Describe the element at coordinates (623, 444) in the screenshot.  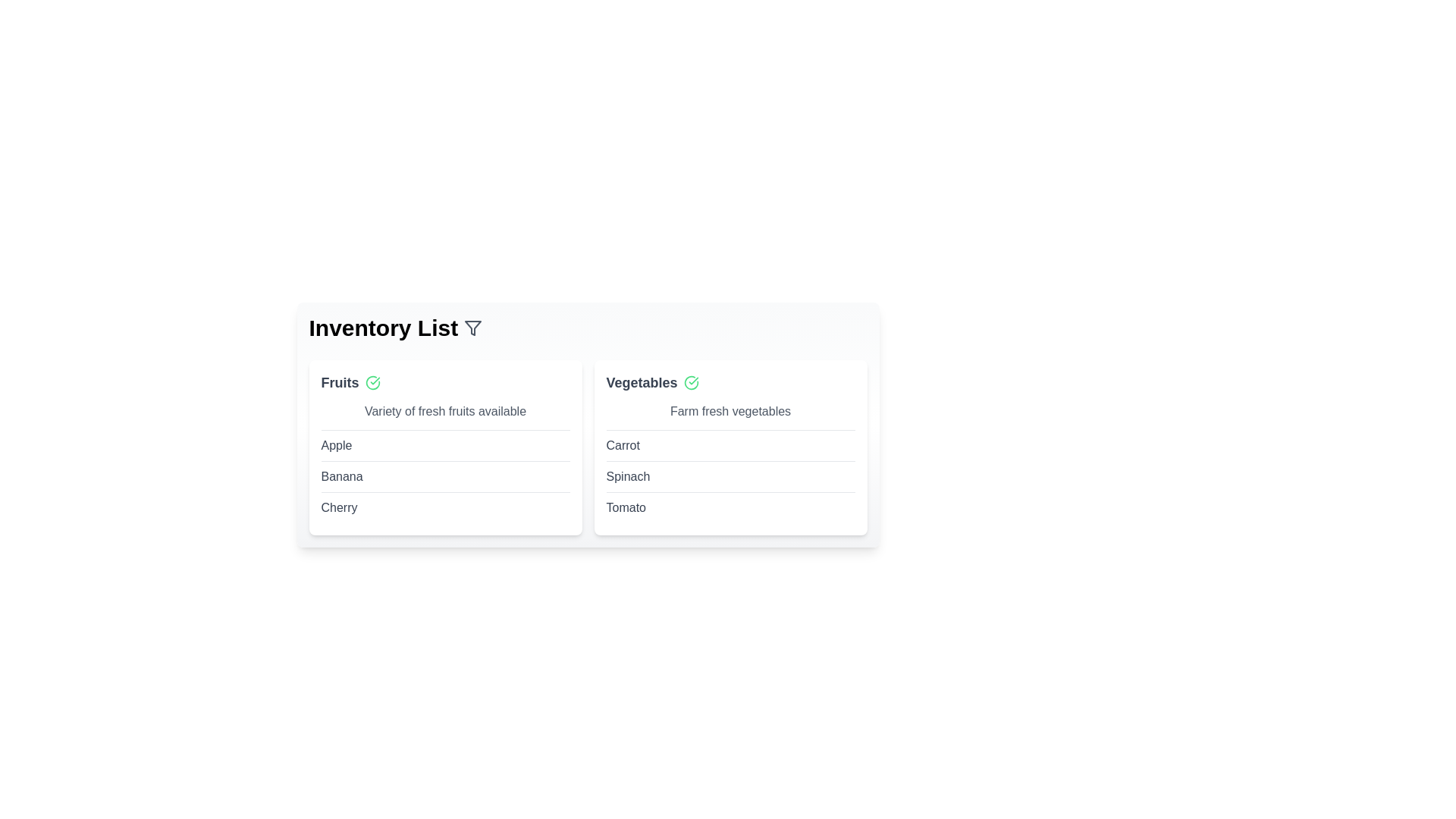
I see `the item Carrot to check for context menu options` at that location.